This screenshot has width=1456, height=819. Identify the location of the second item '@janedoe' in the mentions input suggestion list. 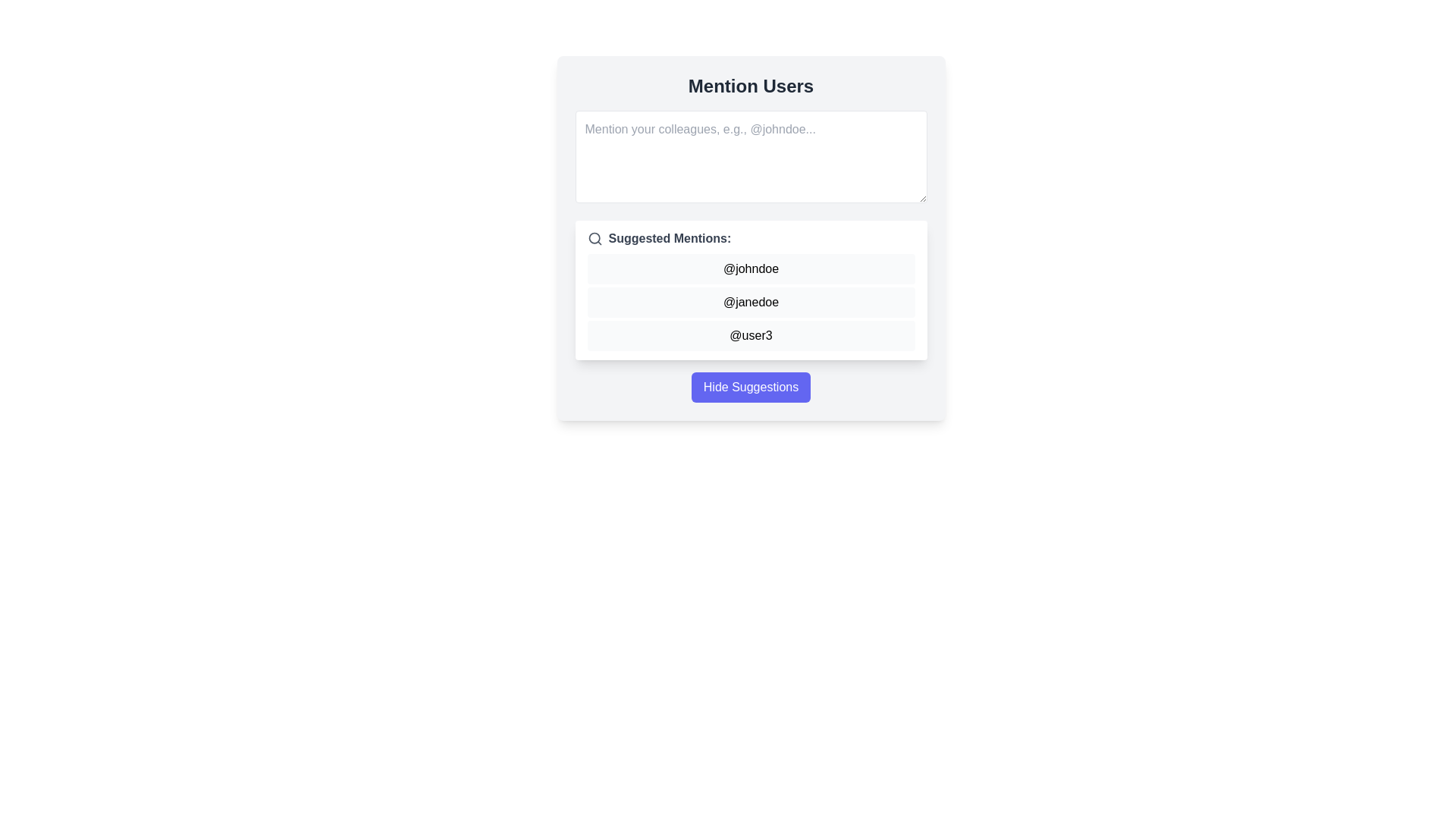
(751, 302).